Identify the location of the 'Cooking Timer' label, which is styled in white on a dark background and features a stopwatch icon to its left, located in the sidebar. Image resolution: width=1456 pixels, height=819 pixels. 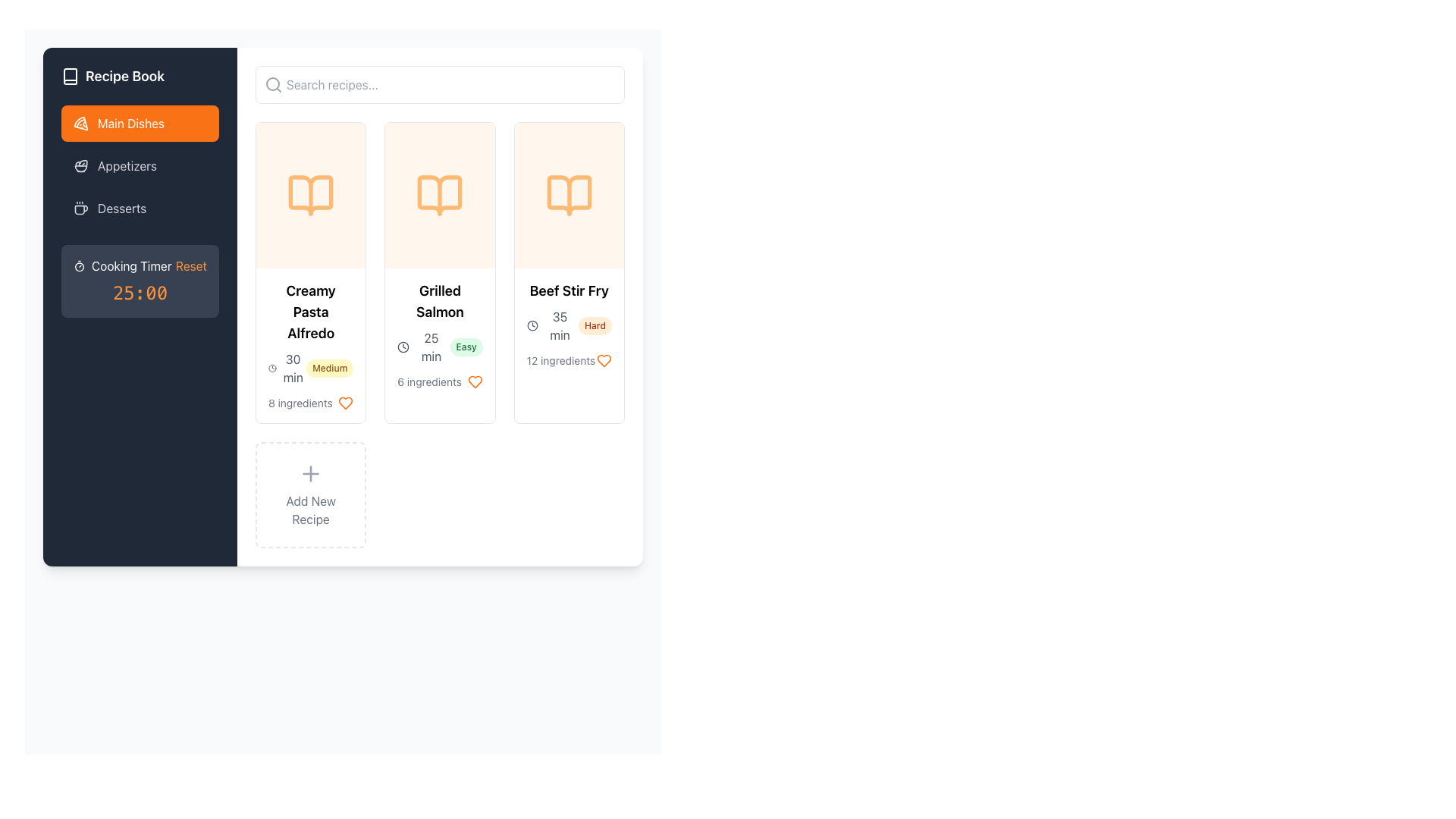
(122, 265).